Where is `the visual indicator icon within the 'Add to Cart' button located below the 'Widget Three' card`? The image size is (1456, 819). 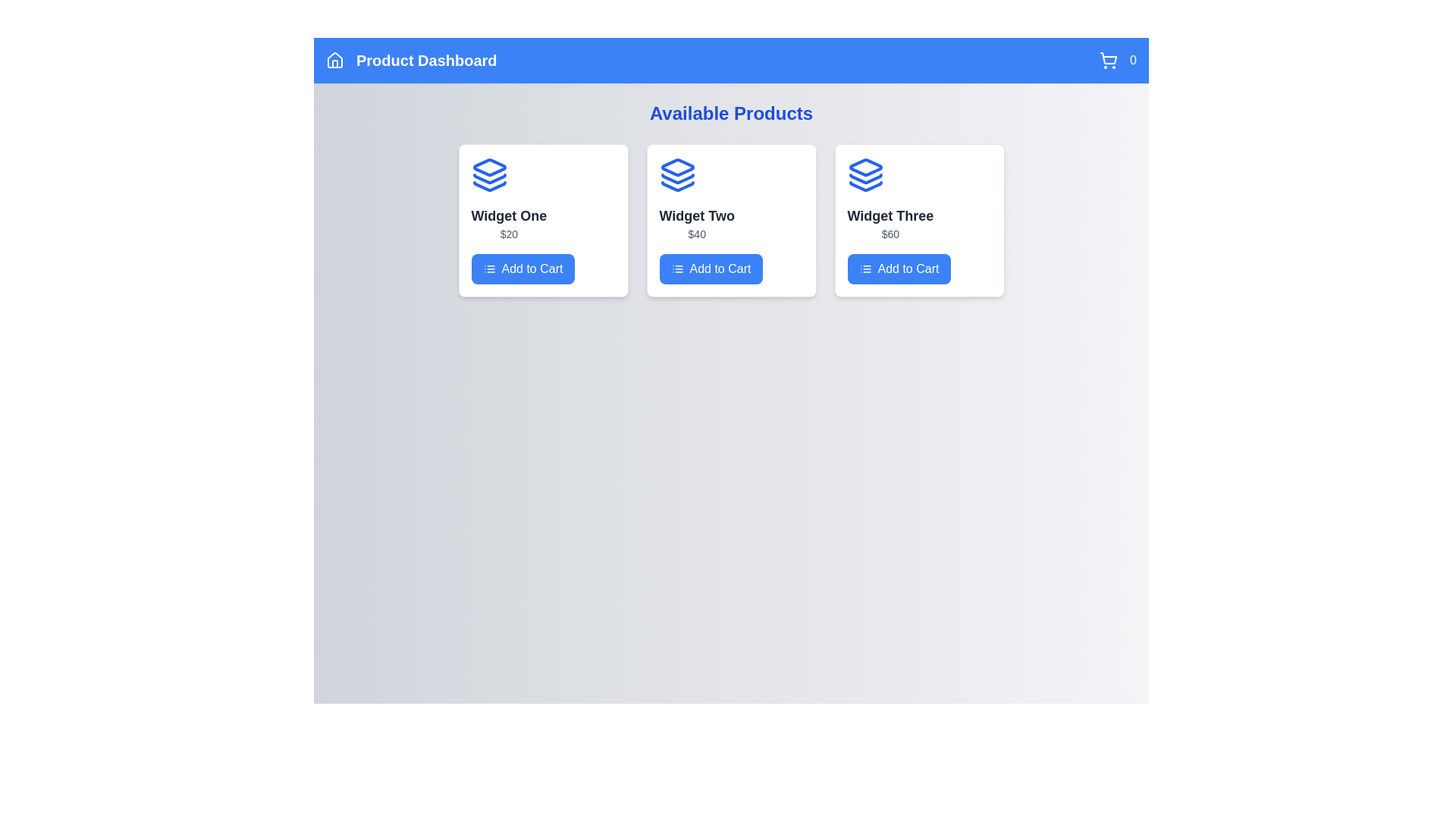 the visual indicator icon within the 'Add to Cart' button located below the 'Widget Three' card is located at coordinates (865, 268).